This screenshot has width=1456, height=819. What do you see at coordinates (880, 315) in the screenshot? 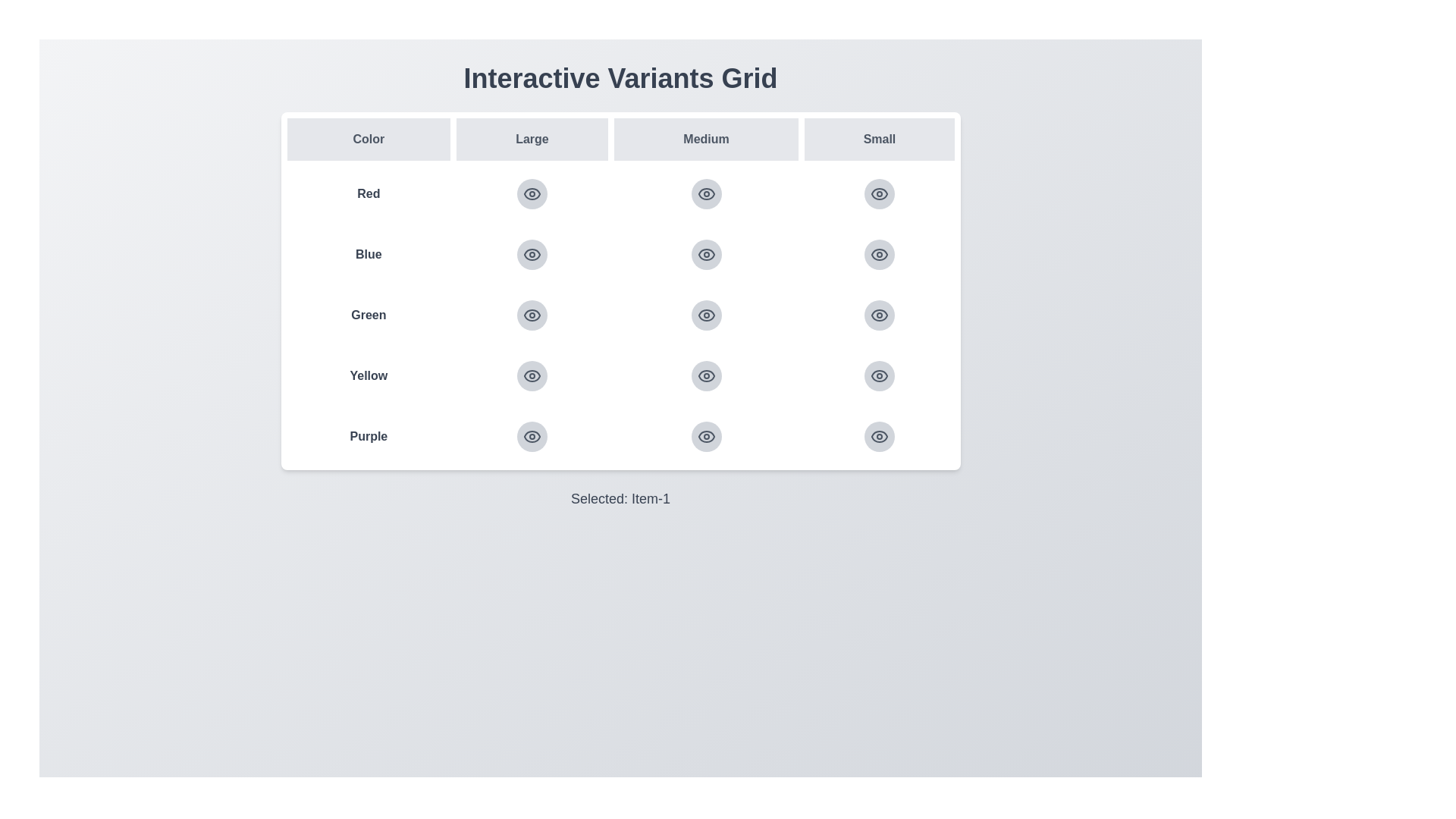
I see `the graphical SVG component within the eye icon located in the 'Small' grid section and 'Green' row, which signifies an action related` at bounding box center [880, 315].